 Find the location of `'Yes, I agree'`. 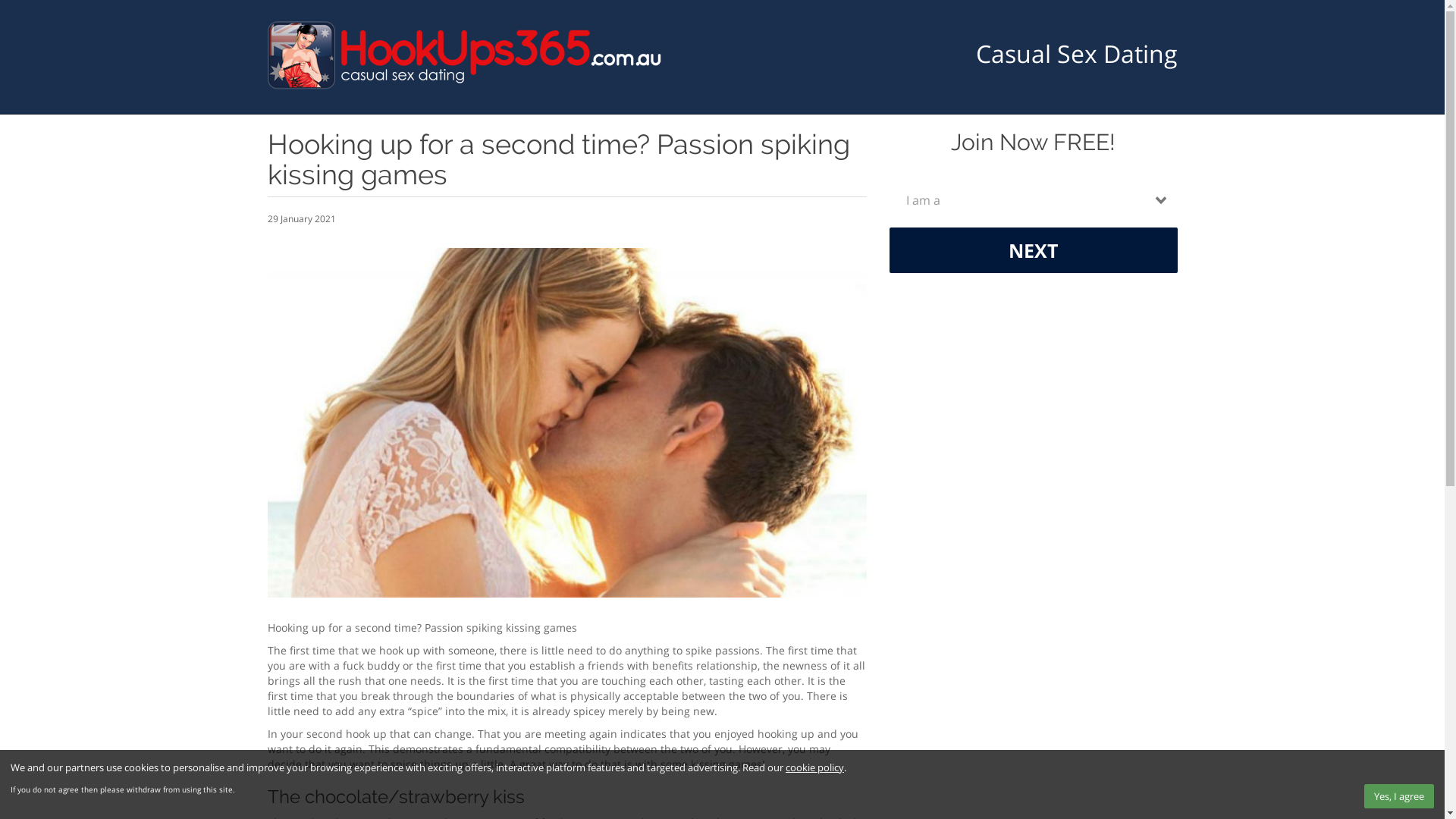

'Yes, I agree' is located at coordinates (1398, 795).